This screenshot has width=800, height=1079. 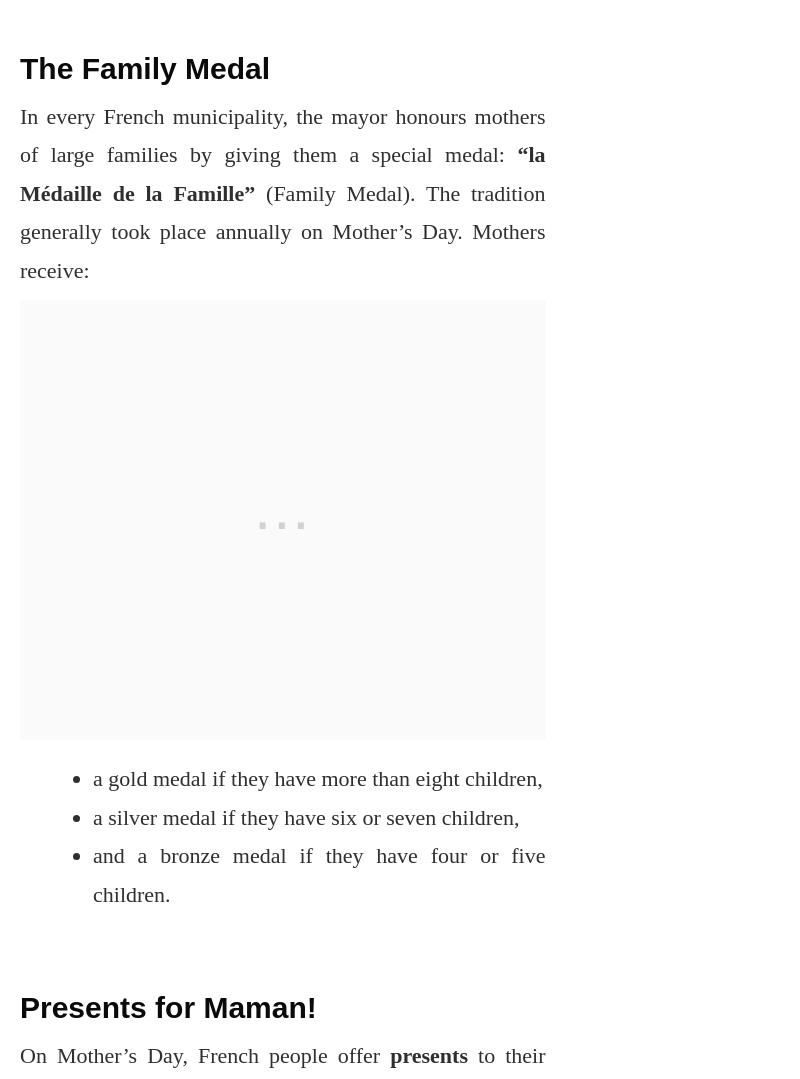 What do you see at coordinates (20, 173) in the screenshot?
I see `'“la Médaille de la Famille”'` at bounding box center [20, 173].